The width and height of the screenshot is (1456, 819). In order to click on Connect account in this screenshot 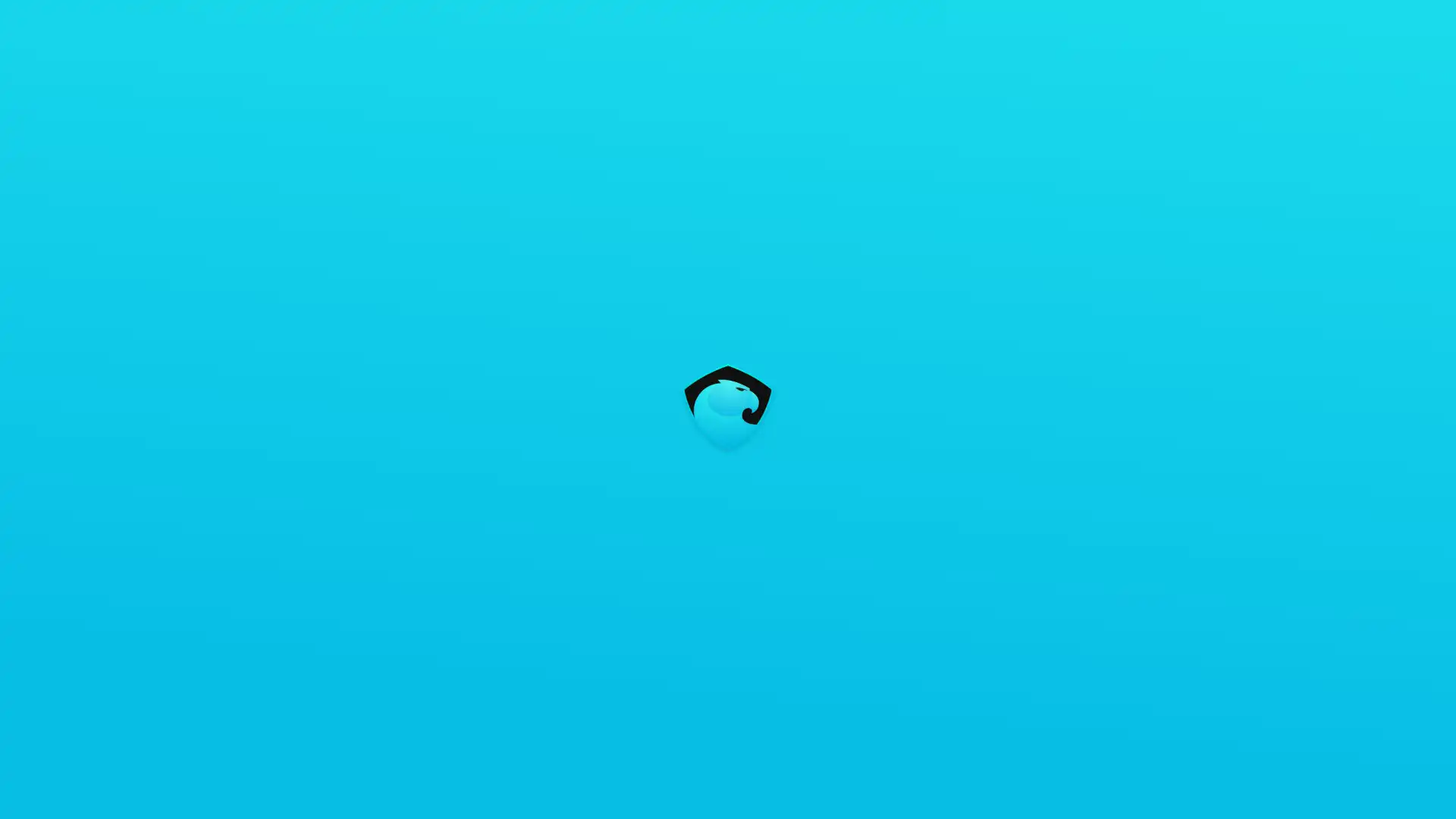, I will do `click(1327, 23)`.